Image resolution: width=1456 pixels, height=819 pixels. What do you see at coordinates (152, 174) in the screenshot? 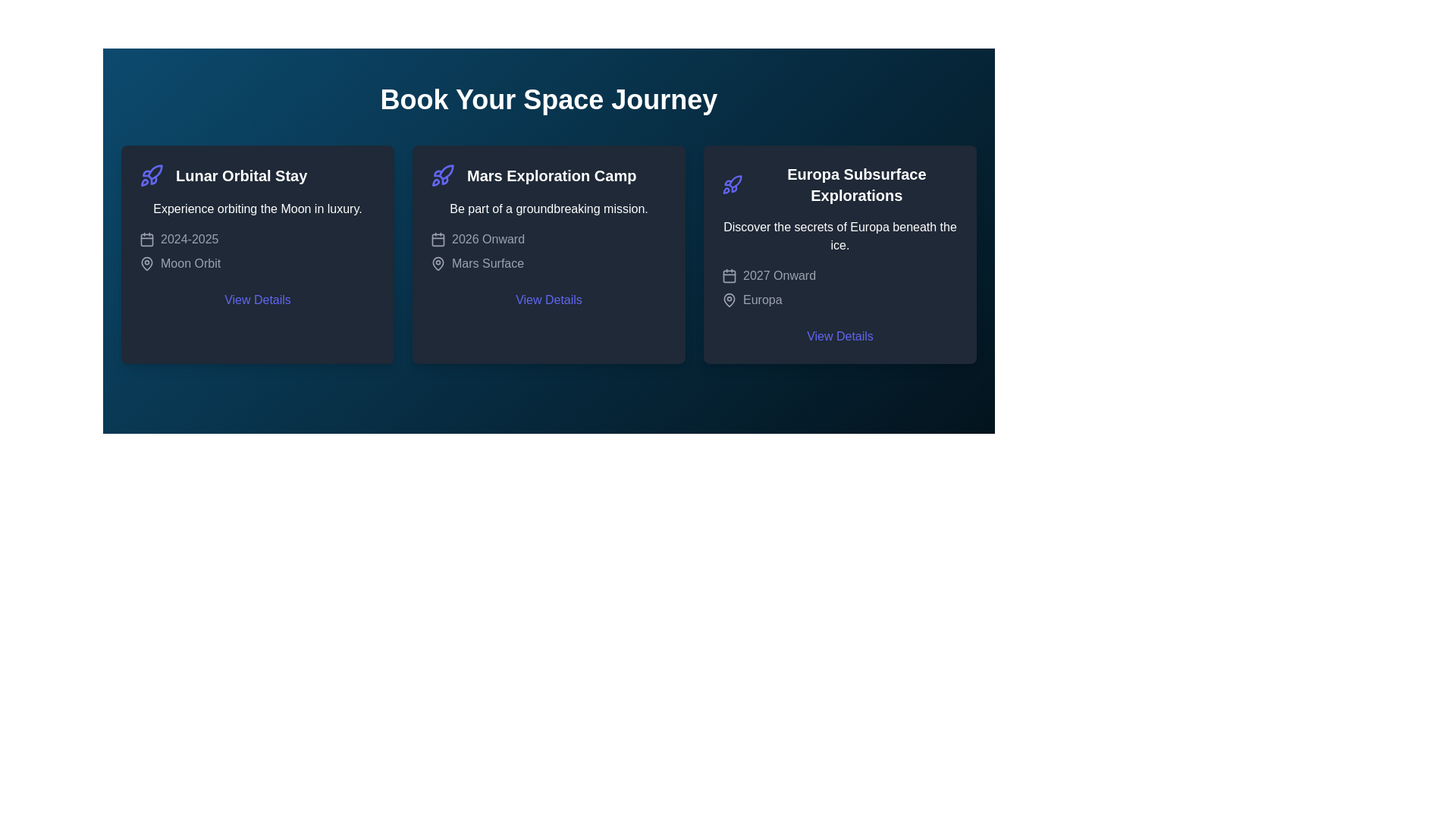
I see `the indigo rocket icon positioned to the left of the 'Lunar Orbital Stay' title text as a visual indicator` at bounding box center [152, 174].